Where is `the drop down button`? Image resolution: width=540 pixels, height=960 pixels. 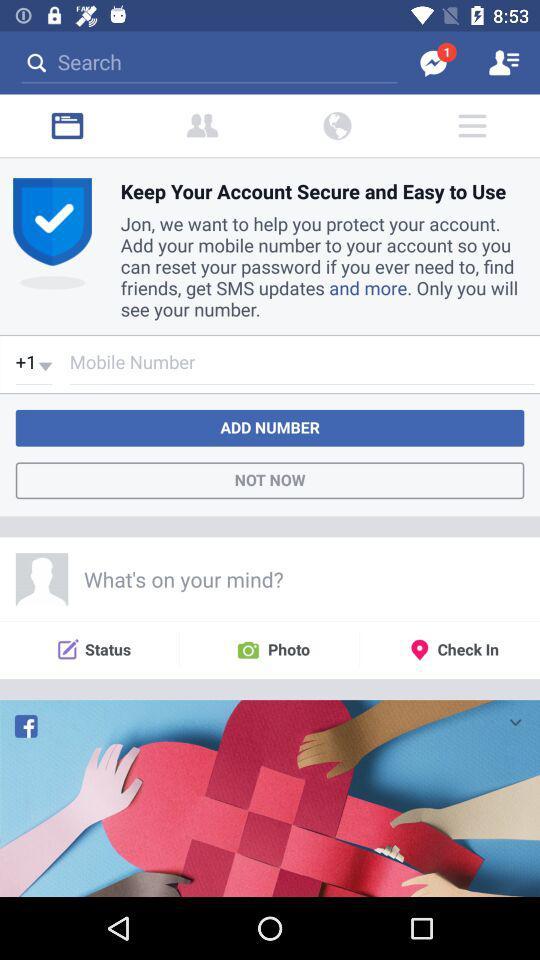
the drop down button is located at coordinates (514, 720).